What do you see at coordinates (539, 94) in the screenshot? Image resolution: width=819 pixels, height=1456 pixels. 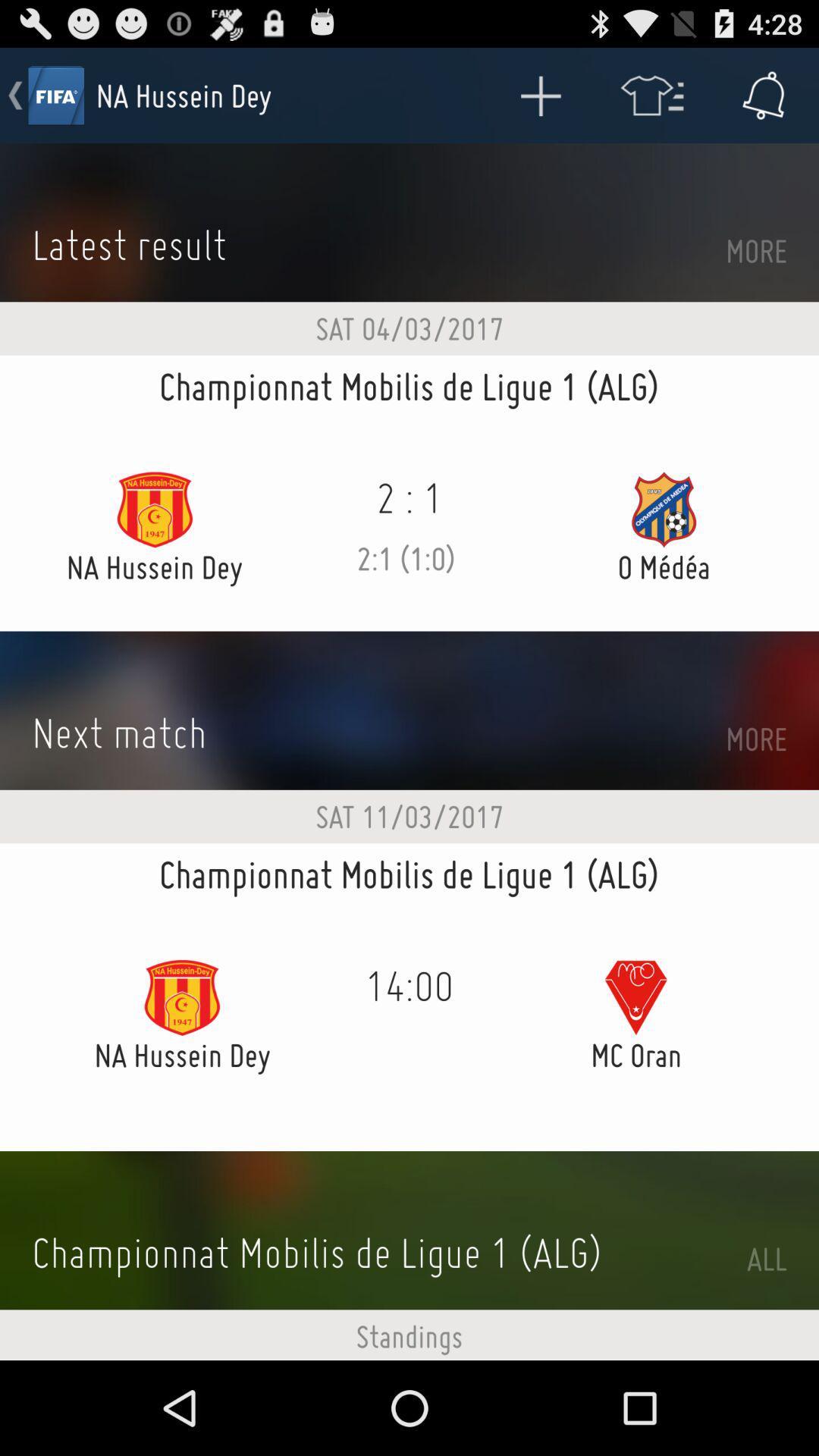 I see `the app to the right of the na hussein dey` at bounding box center [539, 94].